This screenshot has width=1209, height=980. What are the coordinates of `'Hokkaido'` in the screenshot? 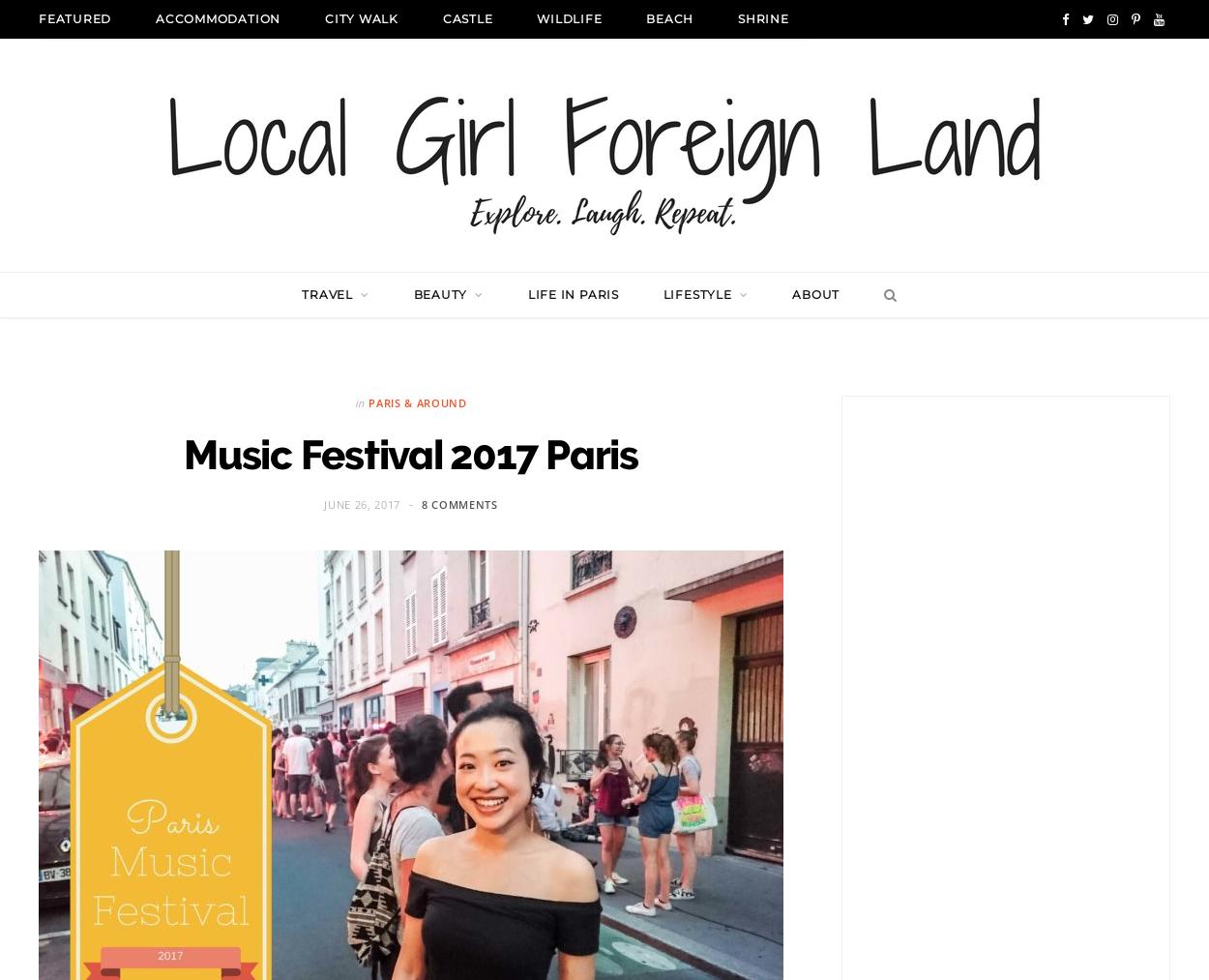 It's located at (824, 615).